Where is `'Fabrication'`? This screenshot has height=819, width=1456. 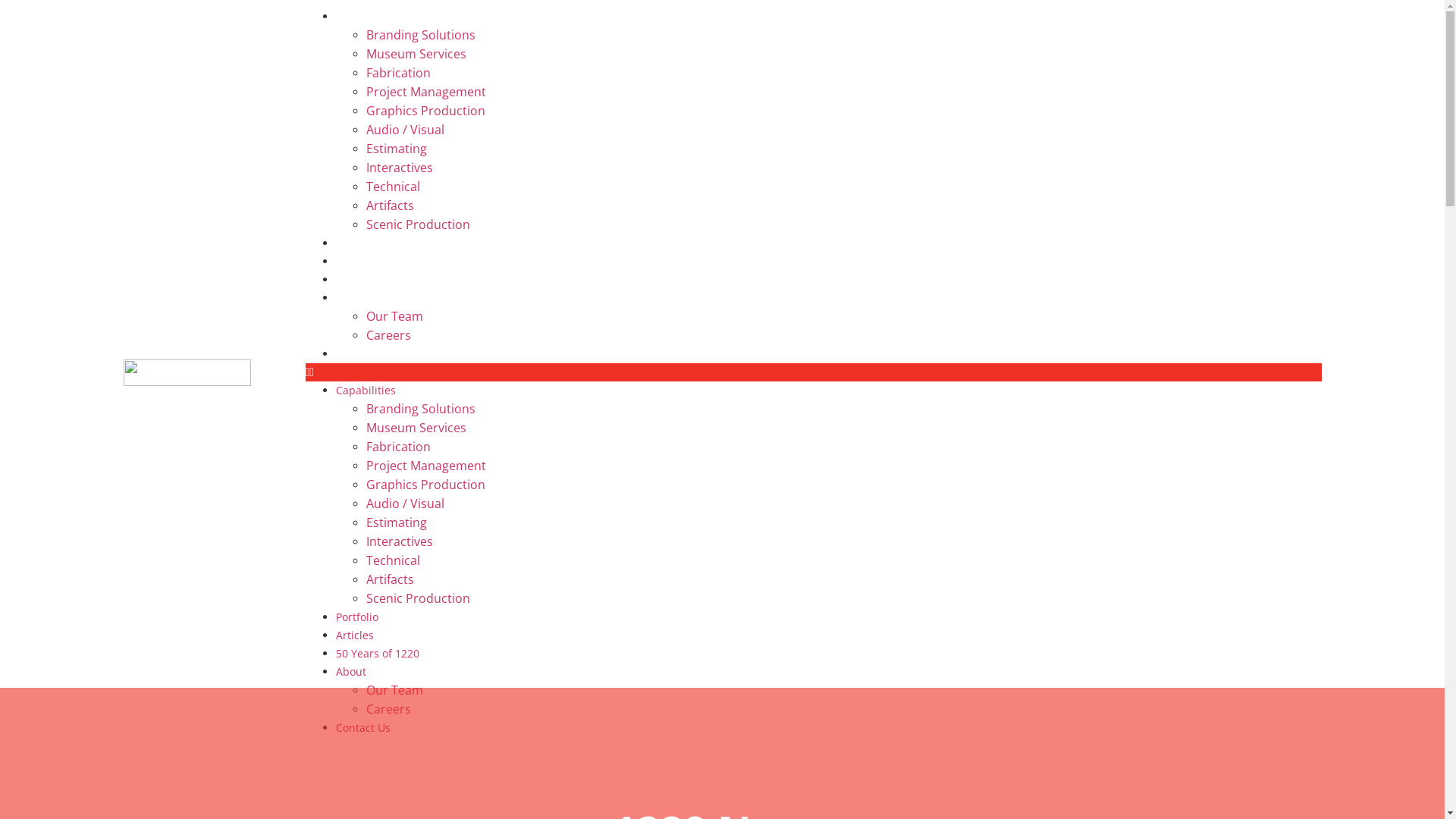 'Fabrication' is located at coordinates (397, 446).